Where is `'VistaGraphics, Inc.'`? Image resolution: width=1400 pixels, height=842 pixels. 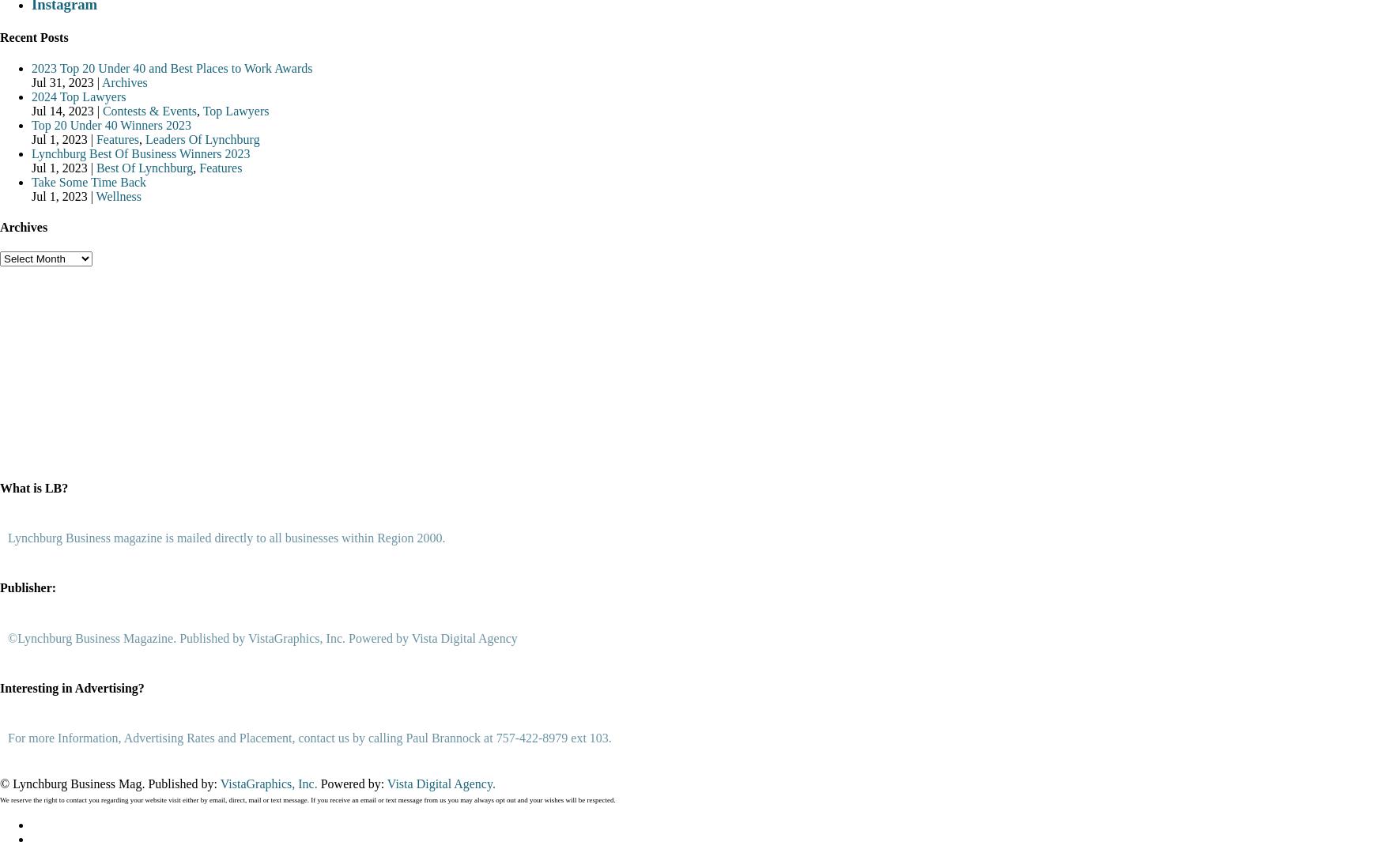
'VistaGraphics, Inc.' is located at coordinates (219, 783).